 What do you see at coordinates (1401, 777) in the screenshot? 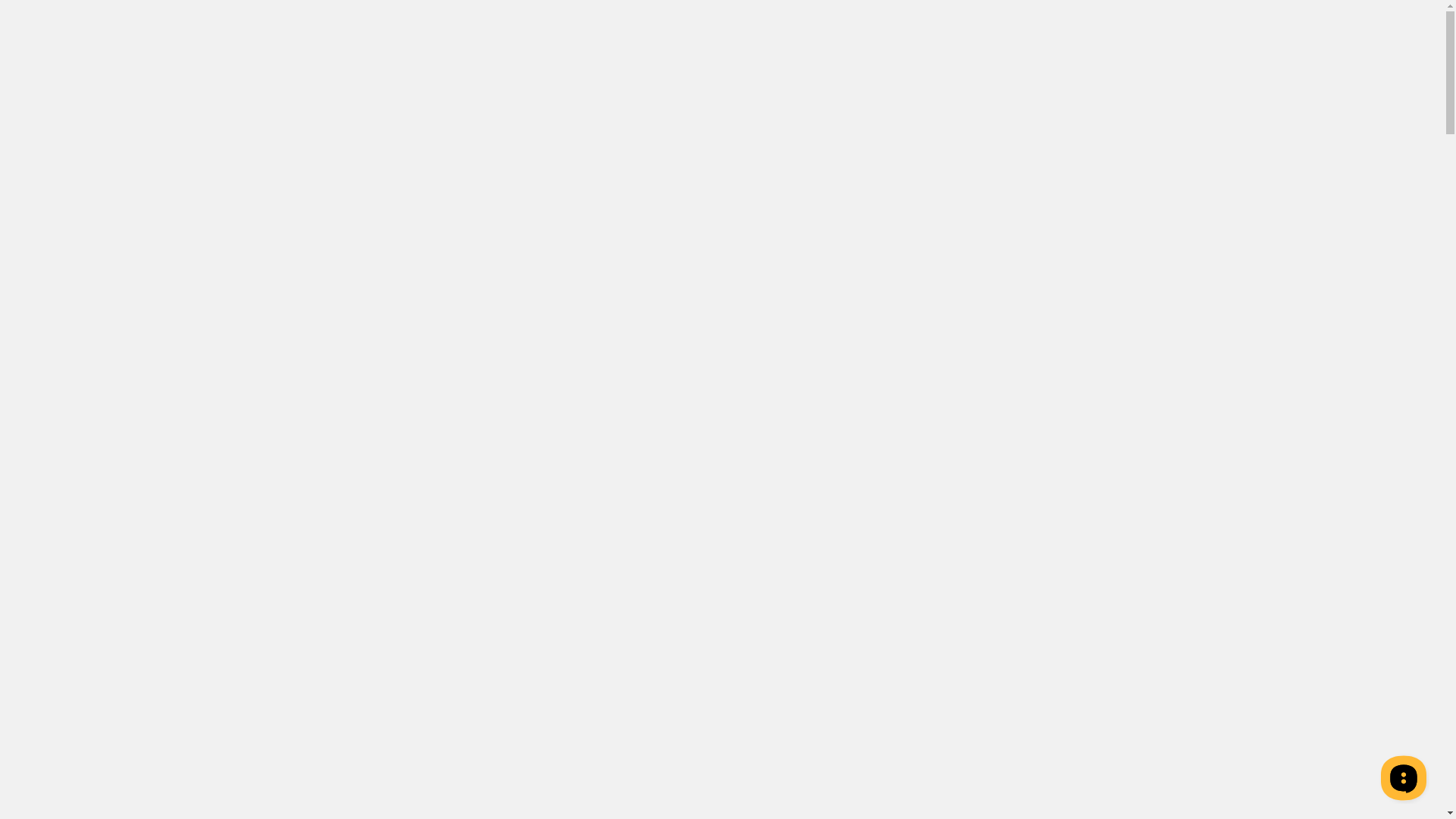
I see `'__replain_widget_iframe'` at bounding box center [1401, 777].